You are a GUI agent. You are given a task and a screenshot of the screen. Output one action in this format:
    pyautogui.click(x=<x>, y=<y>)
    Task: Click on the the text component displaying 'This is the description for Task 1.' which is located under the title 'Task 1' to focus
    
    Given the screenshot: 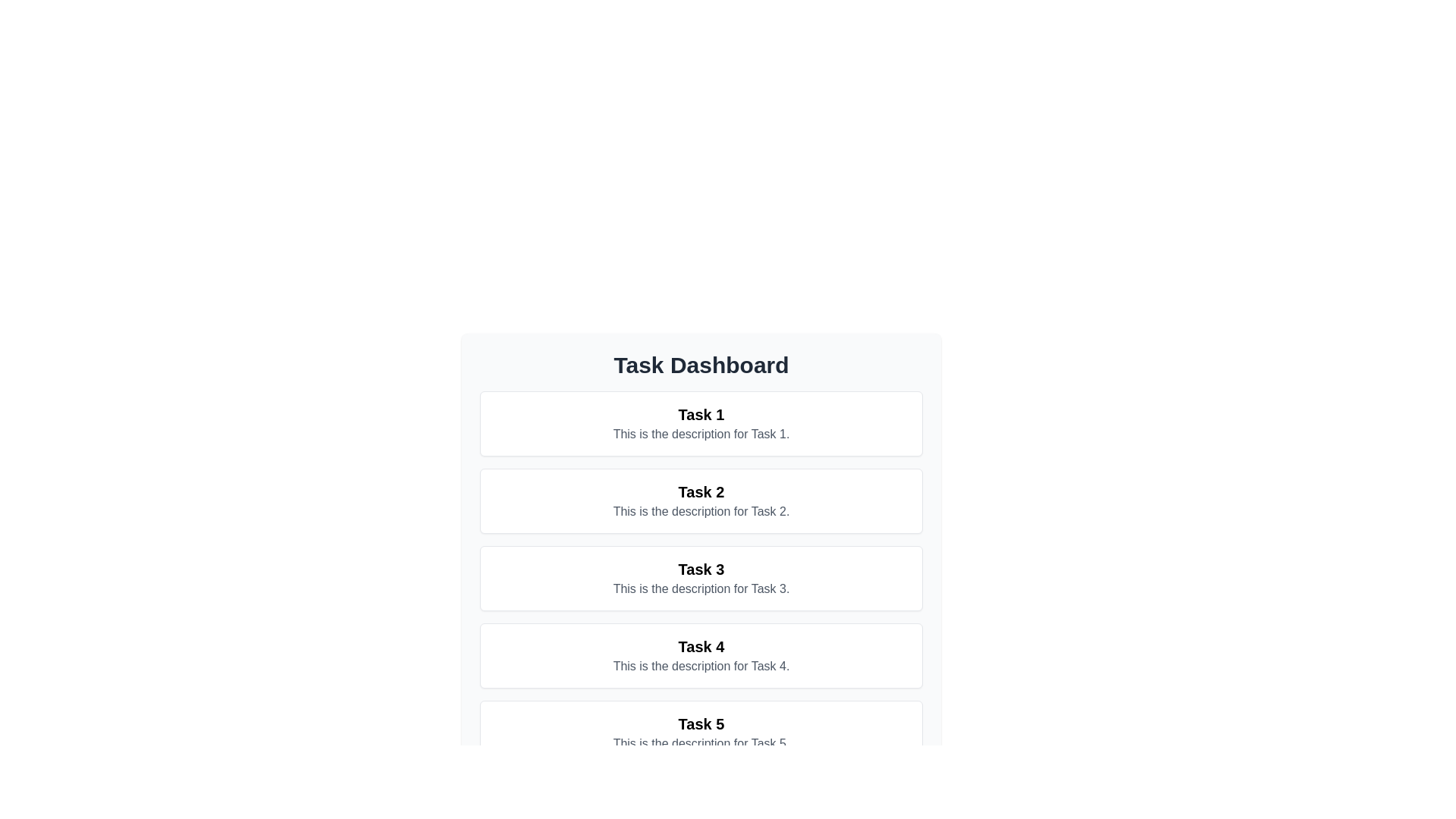 What is the action you would take?
    pyautogui.click(x=701, y=435)
    